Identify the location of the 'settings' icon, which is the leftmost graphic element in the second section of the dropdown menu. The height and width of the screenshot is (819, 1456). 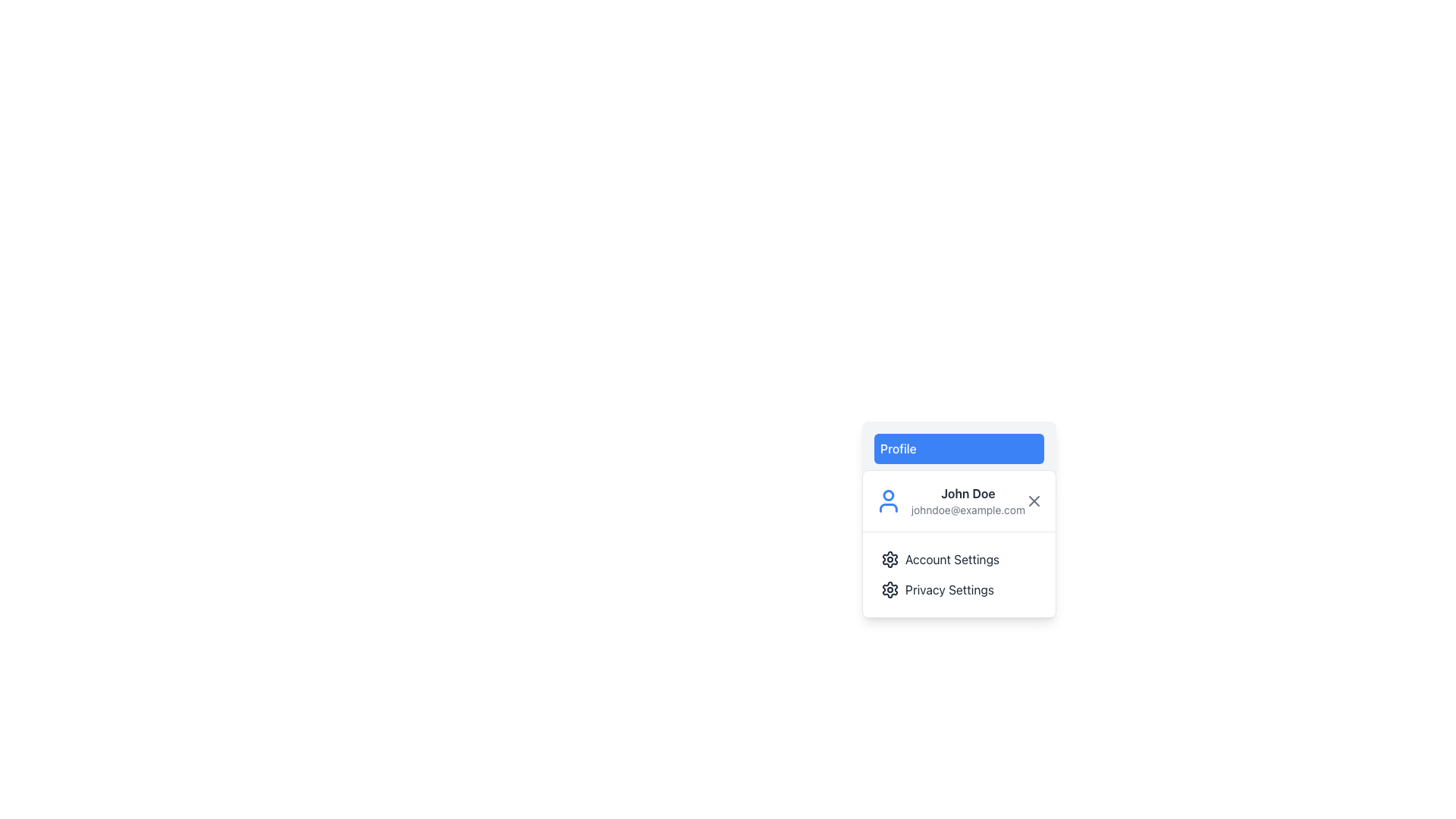
(890, 589).